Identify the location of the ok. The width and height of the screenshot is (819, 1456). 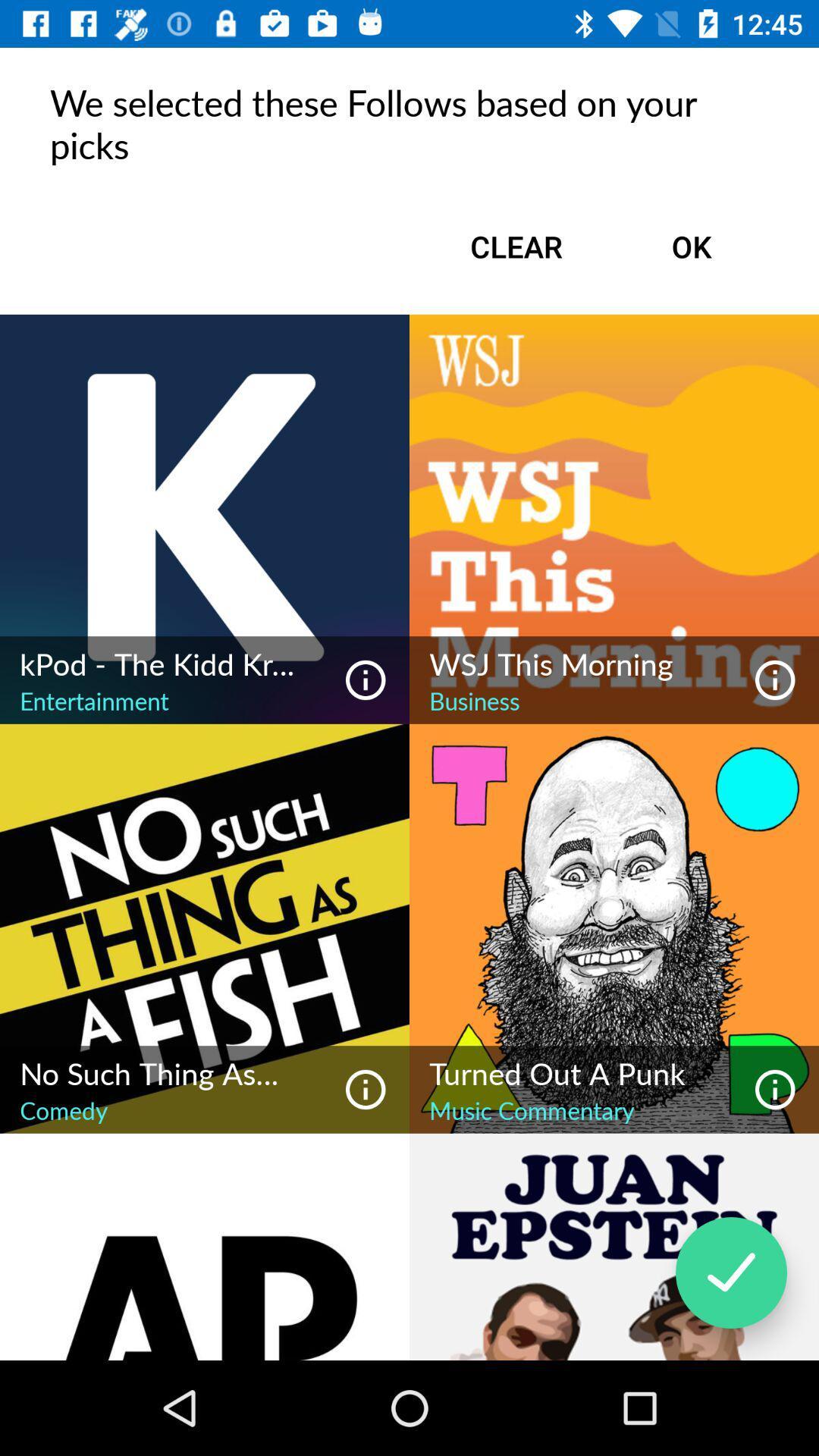
(691, 246).